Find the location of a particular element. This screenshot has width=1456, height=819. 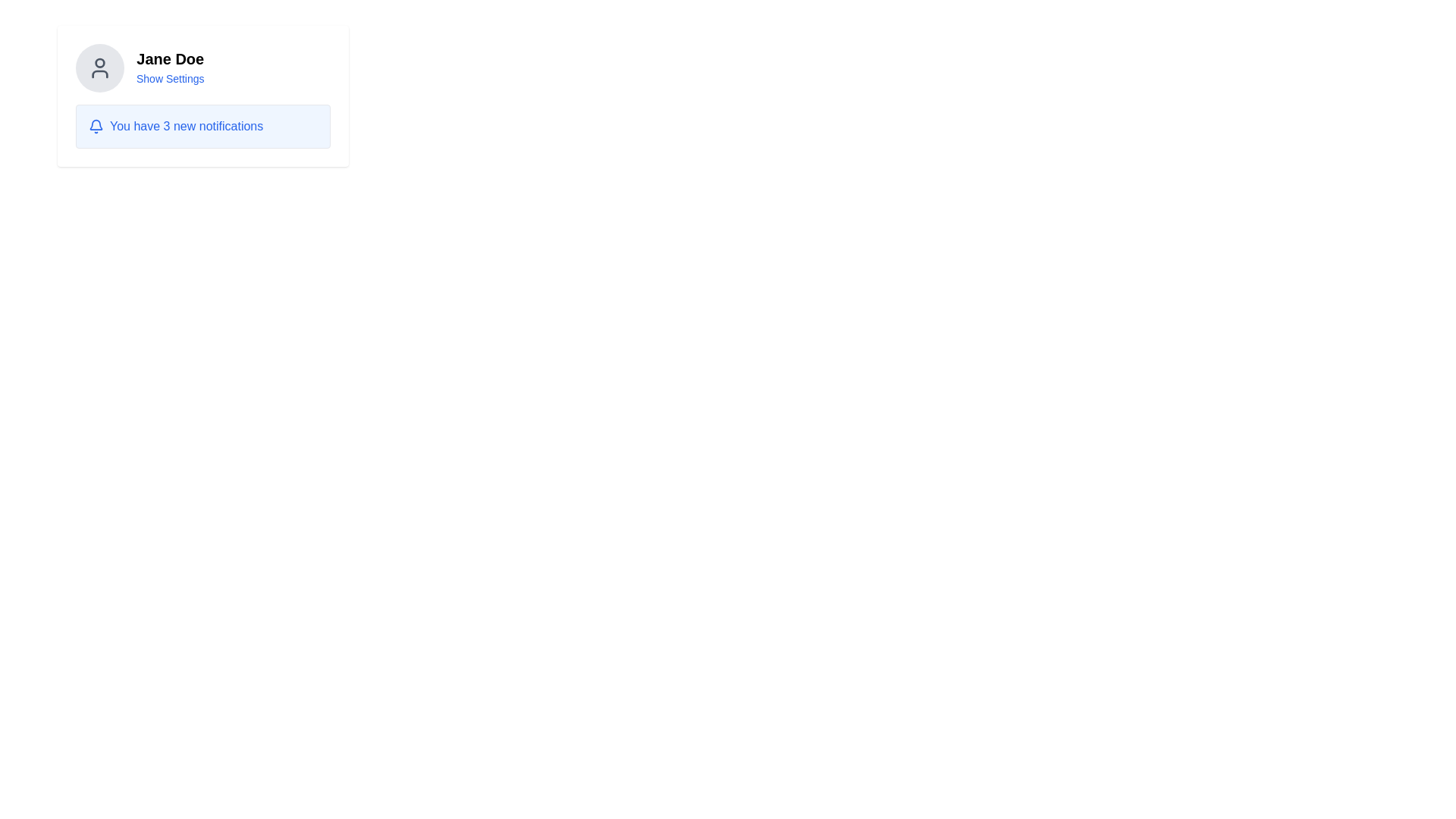

the circular gray icon with a dark-gray user profile glyph located in the upper-left section of the card layout containing the name 'Jane Doe' is located at coordinates (99, 67).